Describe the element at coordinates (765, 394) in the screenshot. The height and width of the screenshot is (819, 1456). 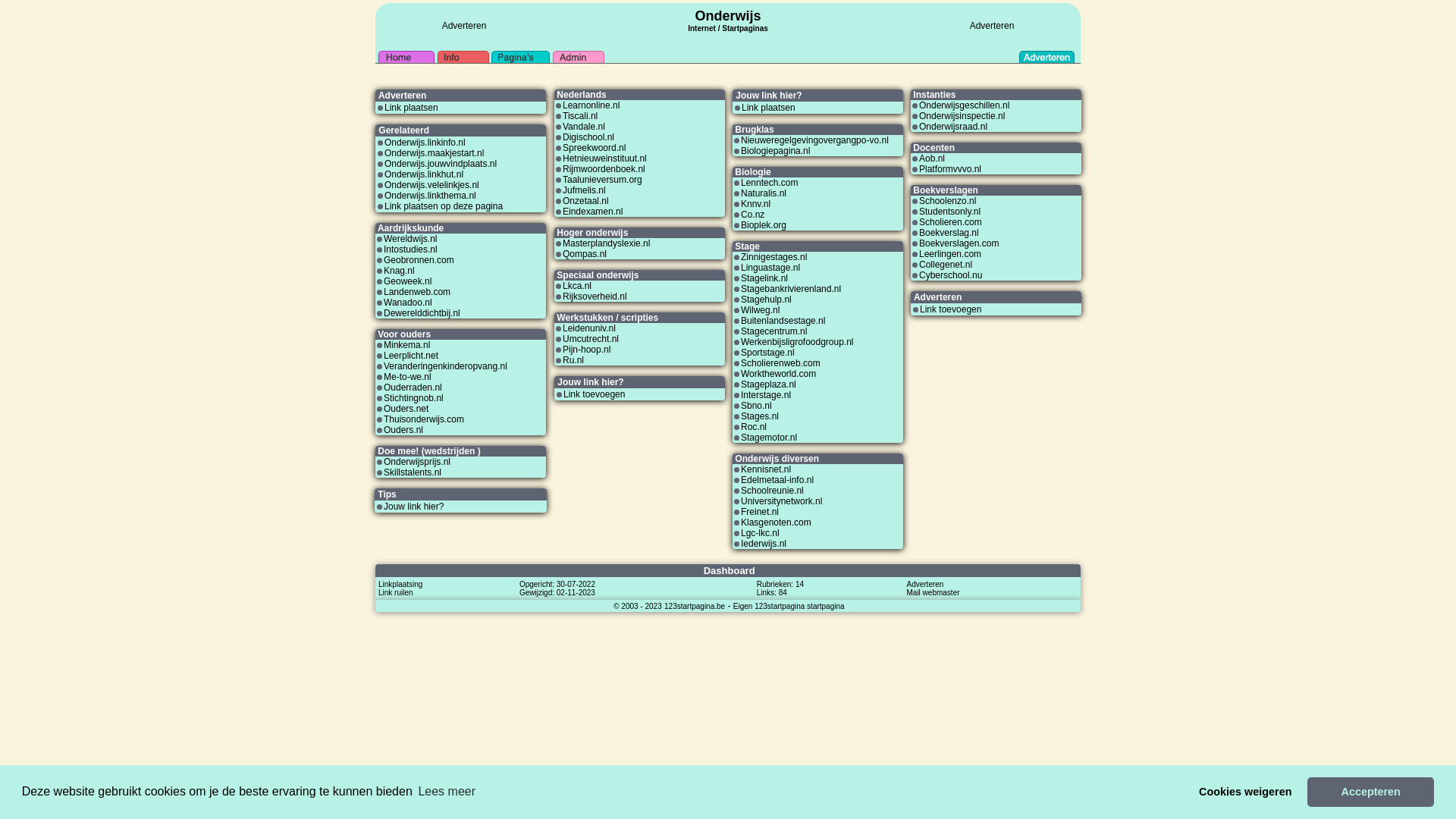
I see `'Interstage.nl'` at that location.